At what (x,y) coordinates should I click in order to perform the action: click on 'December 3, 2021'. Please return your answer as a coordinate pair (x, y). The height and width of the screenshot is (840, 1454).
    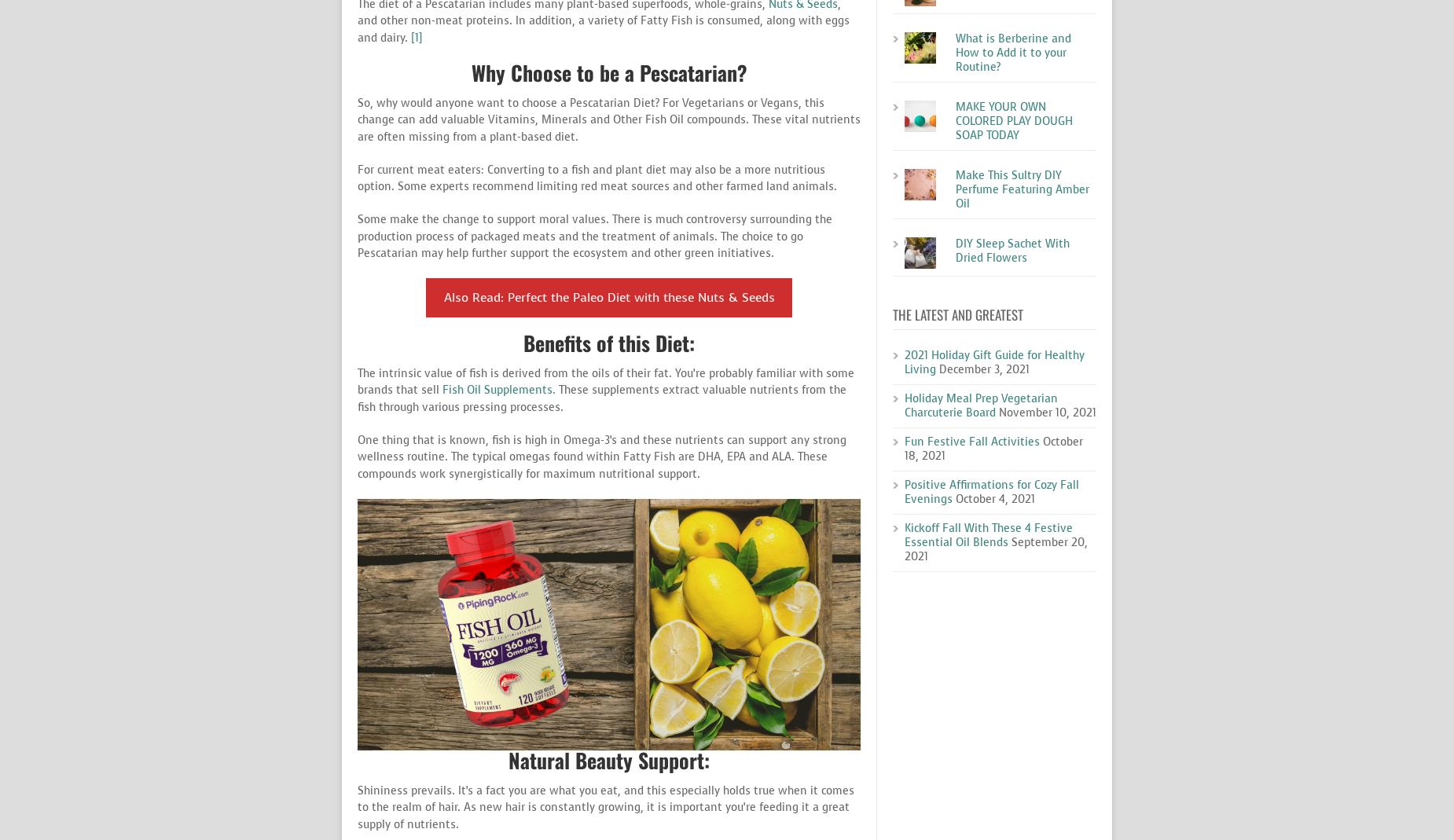
    Looking at the image, I should click on (983, 369).